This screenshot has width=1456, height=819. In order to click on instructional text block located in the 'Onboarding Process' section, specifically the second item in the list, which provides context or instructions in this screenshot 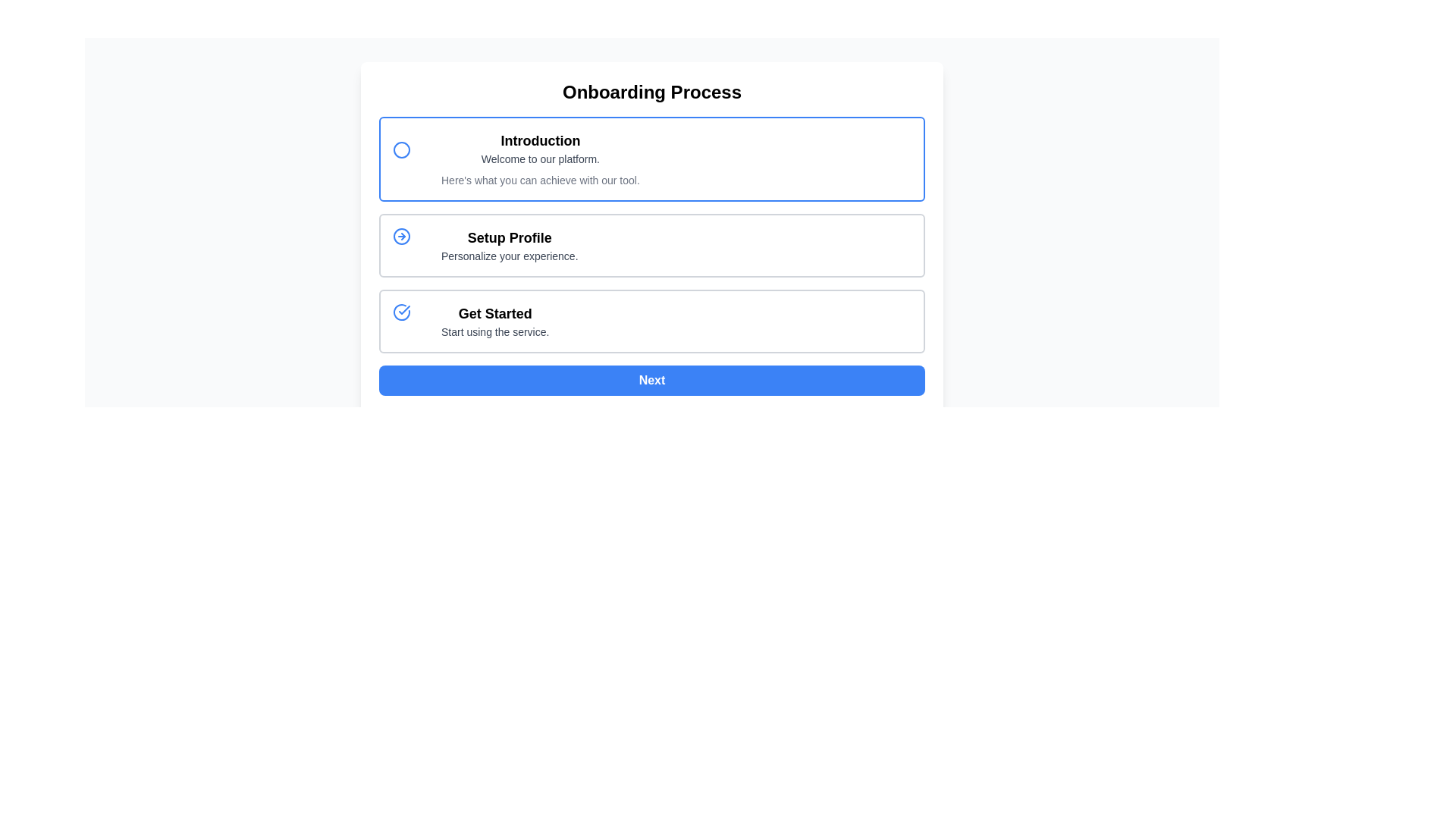, I will do `click(510, 245)`.